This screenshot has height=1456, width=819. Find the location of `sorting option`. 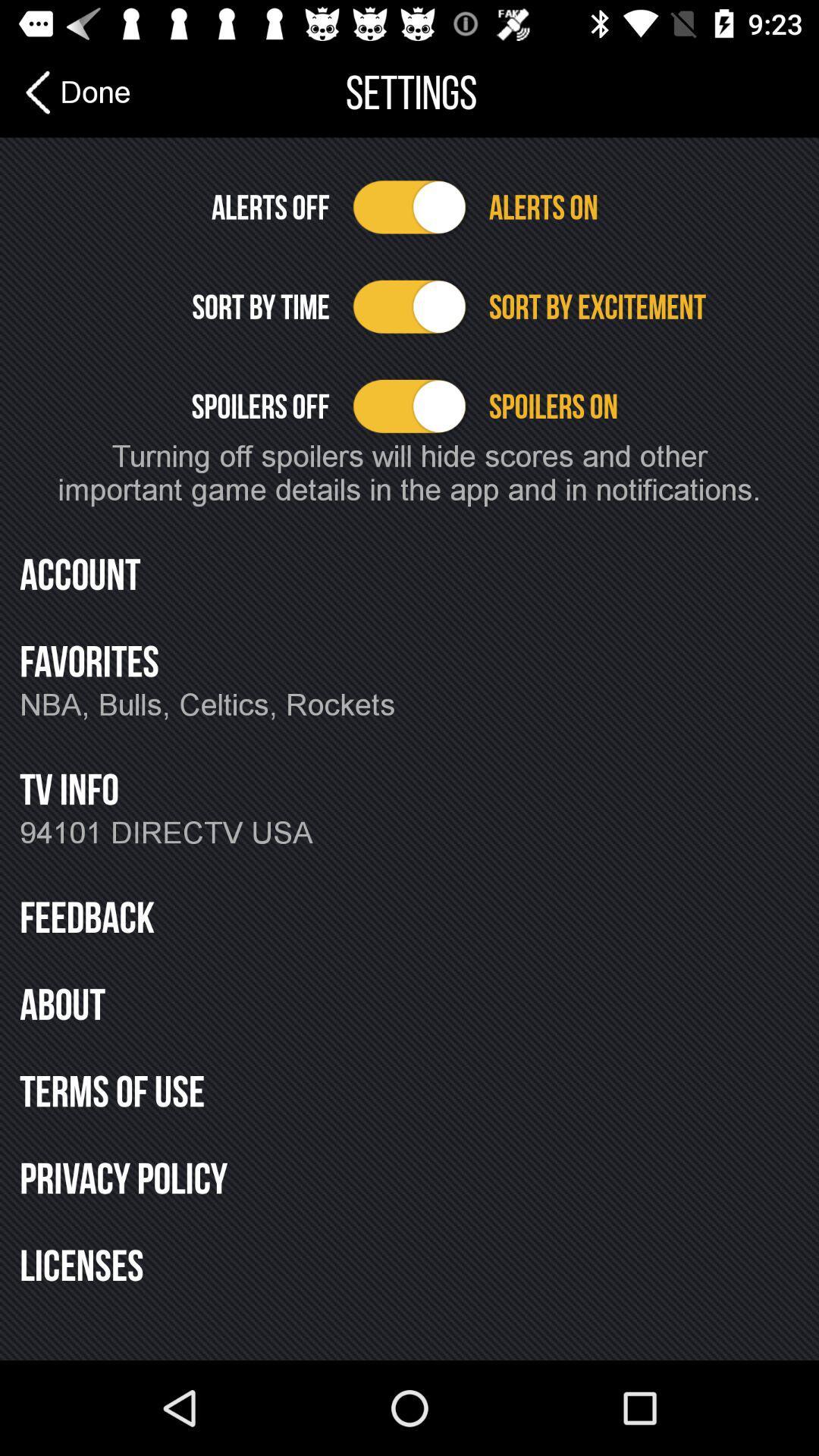

sorting option is located at coordinates (409, 306).